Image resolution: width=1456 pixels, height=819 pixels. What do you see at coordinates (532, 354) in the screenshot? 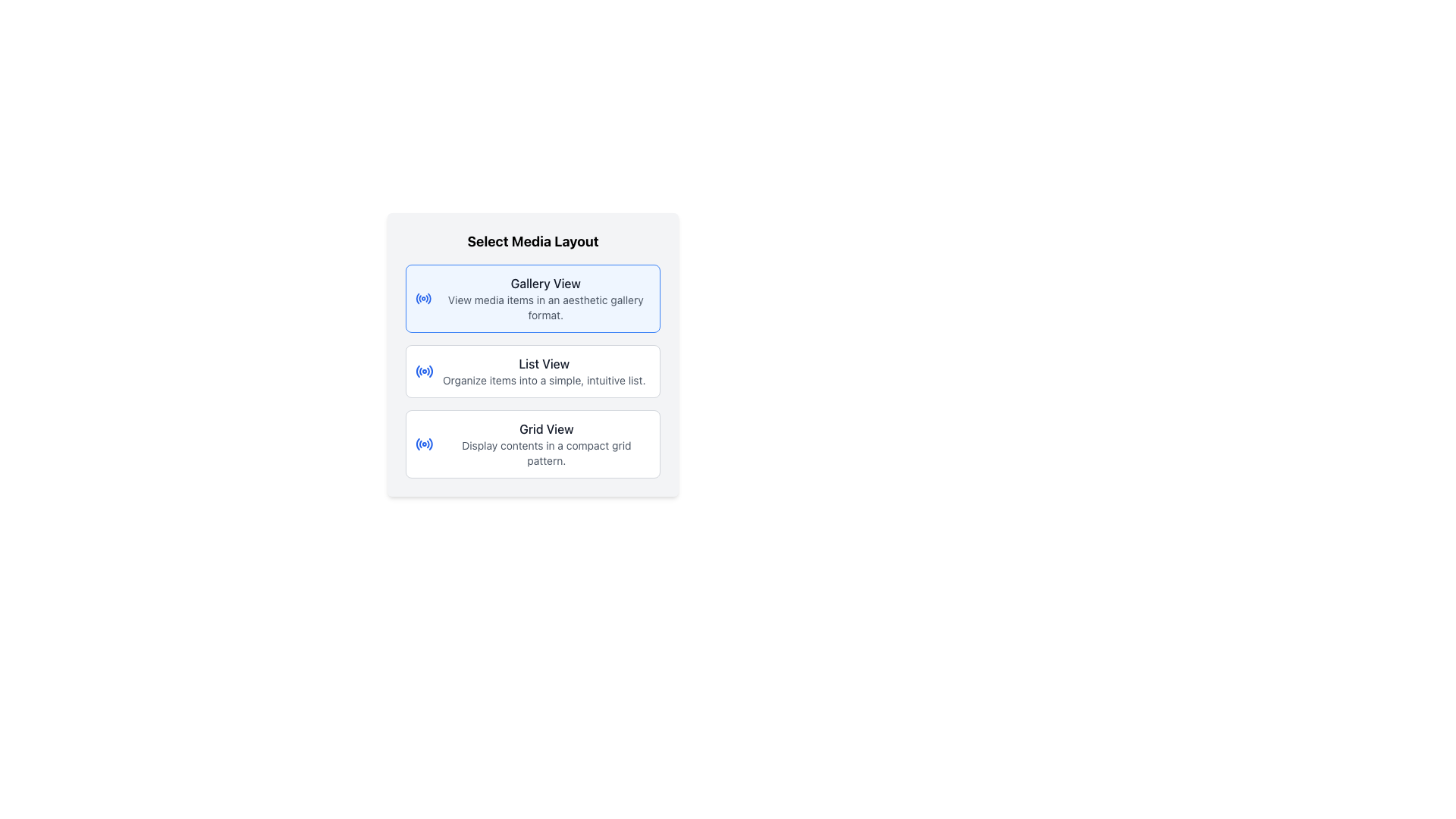
I see `the 'List View' option within the 'Select Media Layout' component for keyboard navigation` at bounding box center [532, 354].